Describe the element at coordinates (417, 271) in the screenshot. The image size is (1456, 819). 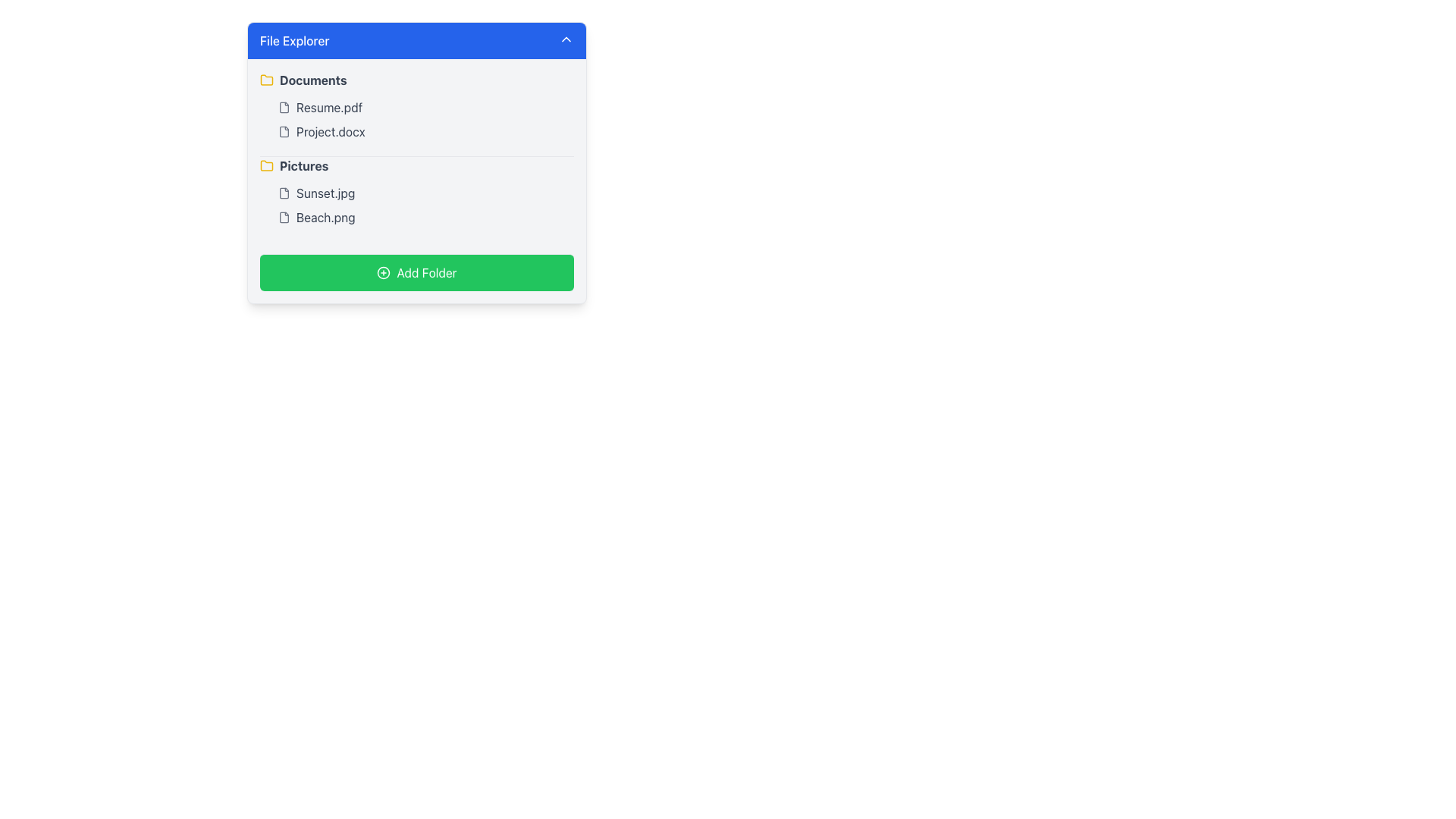
I see `the button located at the bottom center of the file explorer panel` at that location.